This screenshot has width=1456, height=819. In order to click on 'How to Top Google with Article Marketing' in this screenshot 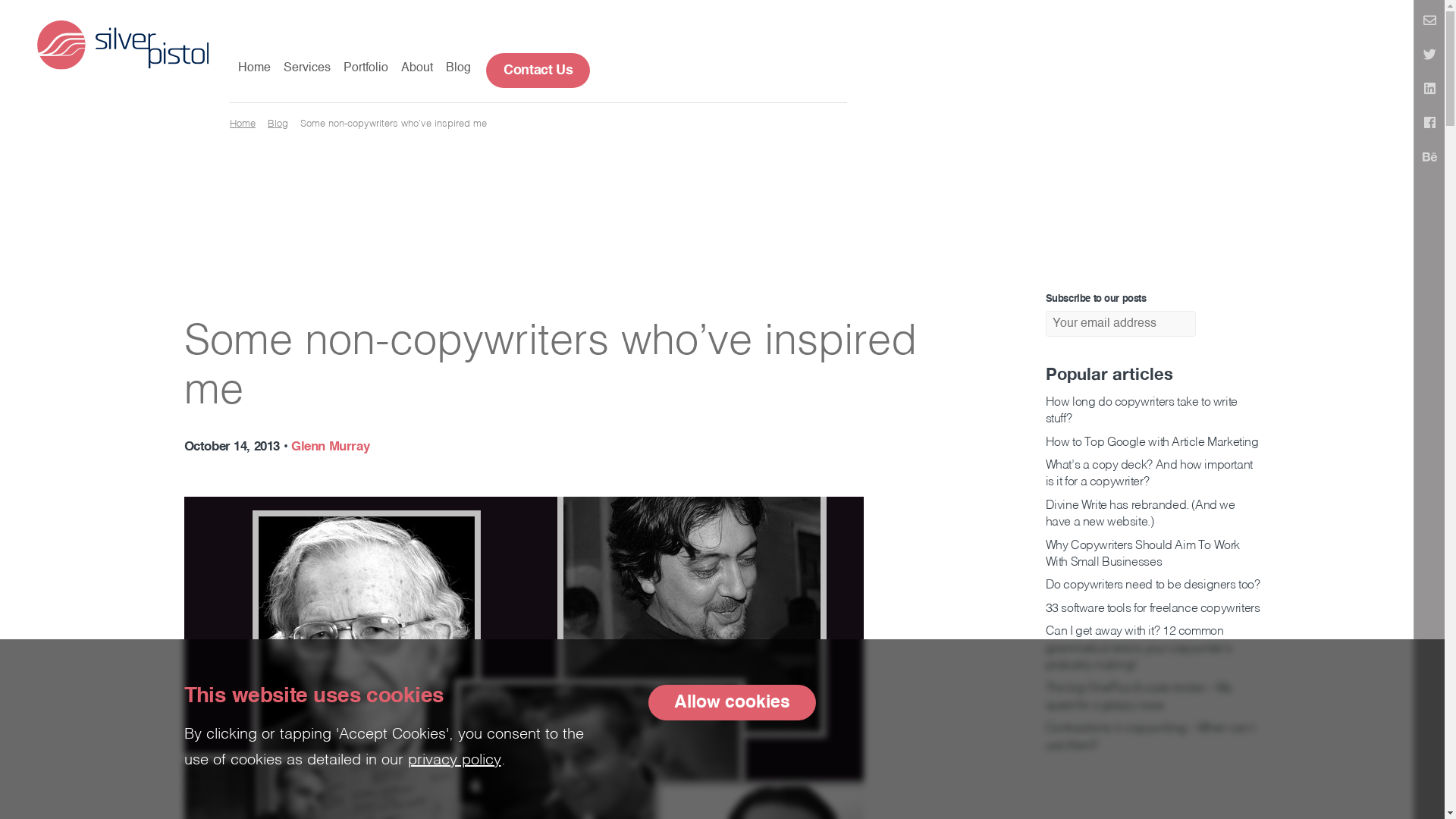, I will do `click(1151, 442)`.